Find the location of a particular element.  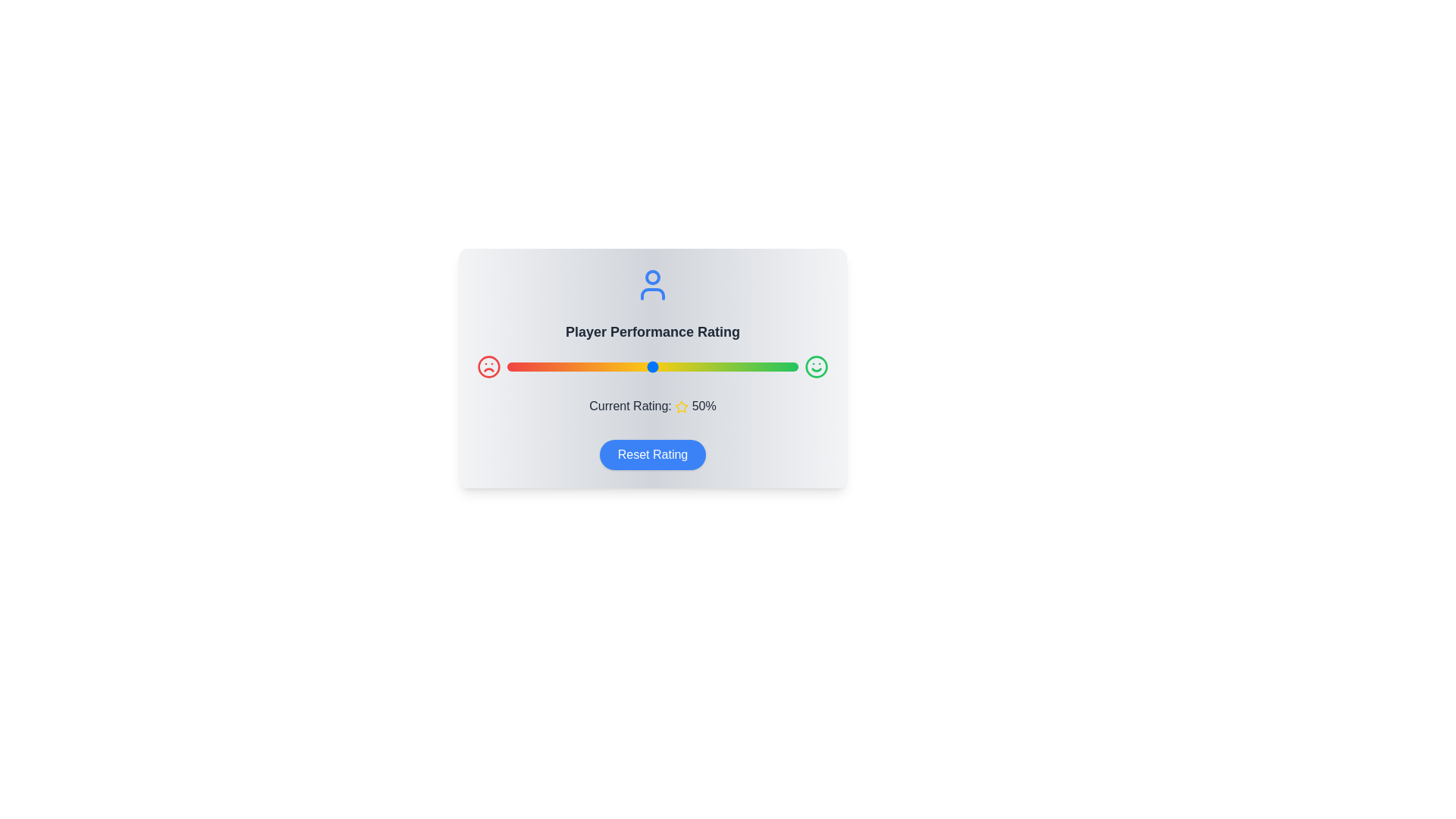

the rating slider to 0% is located at coordinates (507, 366).